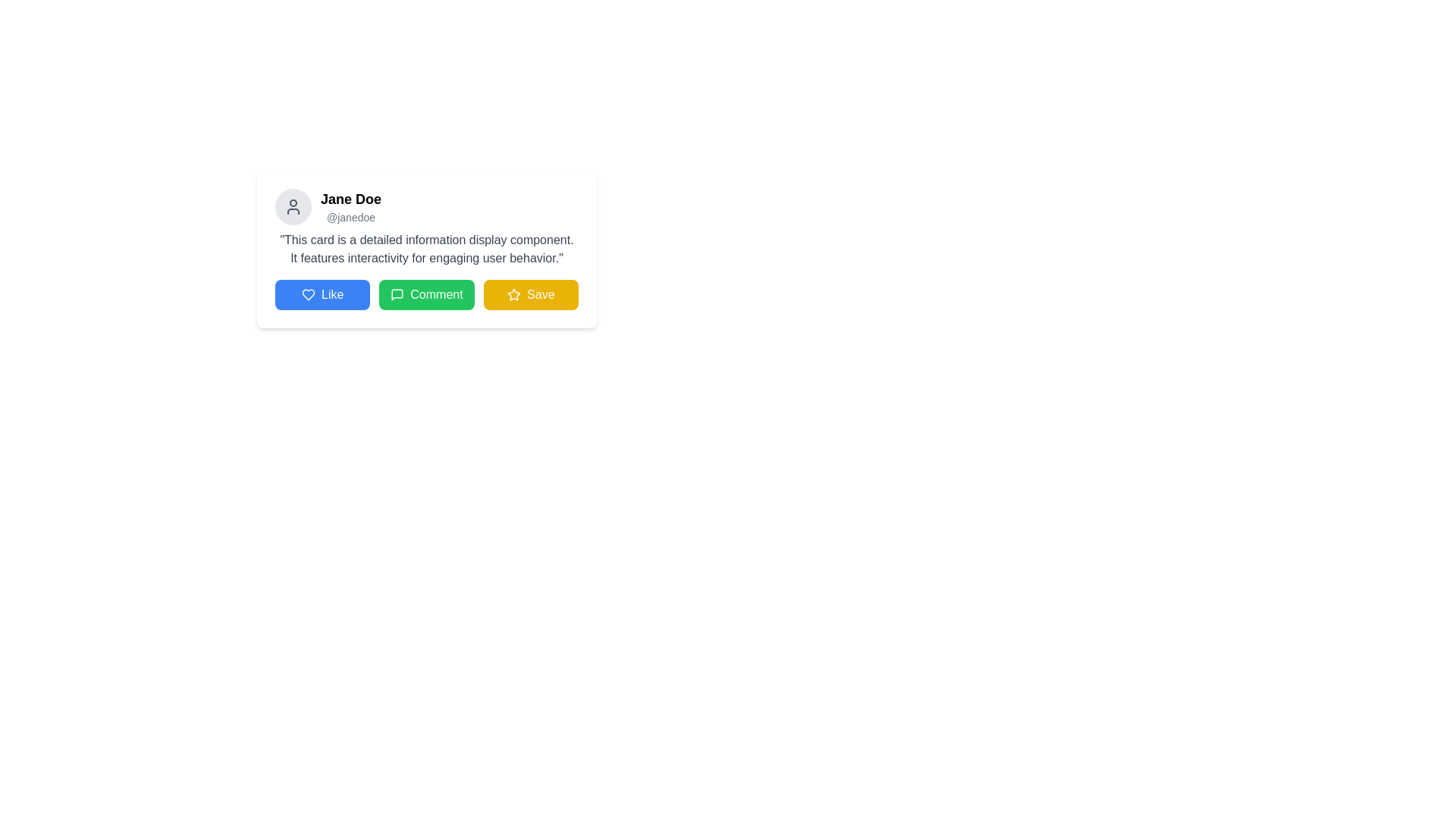  What do you see at coordinates (350, 217) in the screenshot?
I see `the text label '@janedoe', which is styled in a smaller font size and light gray color, located directly below the name 'Jane Doe' on the user profile card` at bounding box center [350, 217].